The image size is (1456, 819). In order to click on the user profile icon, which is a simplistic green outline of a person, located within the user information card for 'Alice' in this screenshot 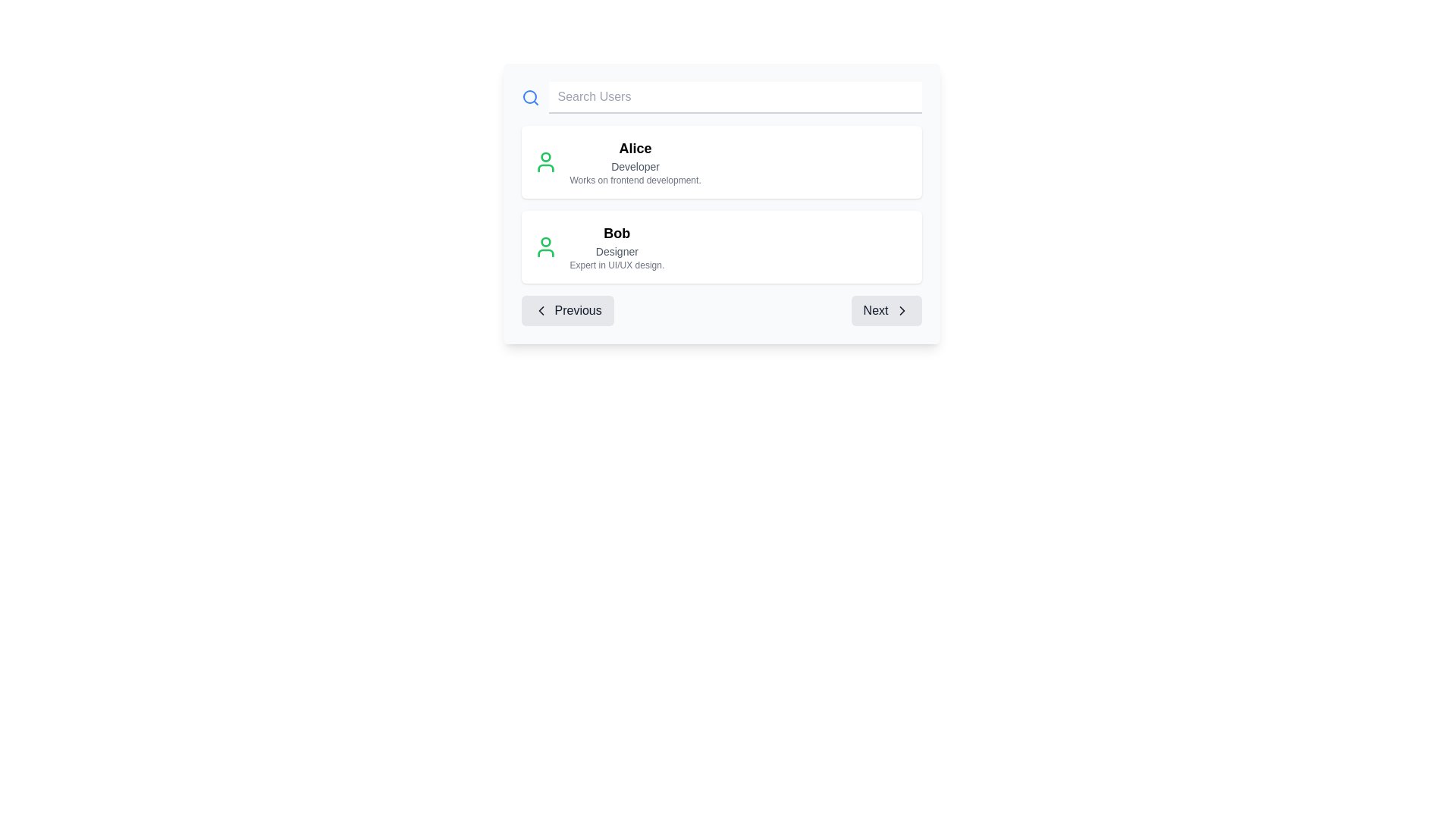, I will do `click(545, 162)`.